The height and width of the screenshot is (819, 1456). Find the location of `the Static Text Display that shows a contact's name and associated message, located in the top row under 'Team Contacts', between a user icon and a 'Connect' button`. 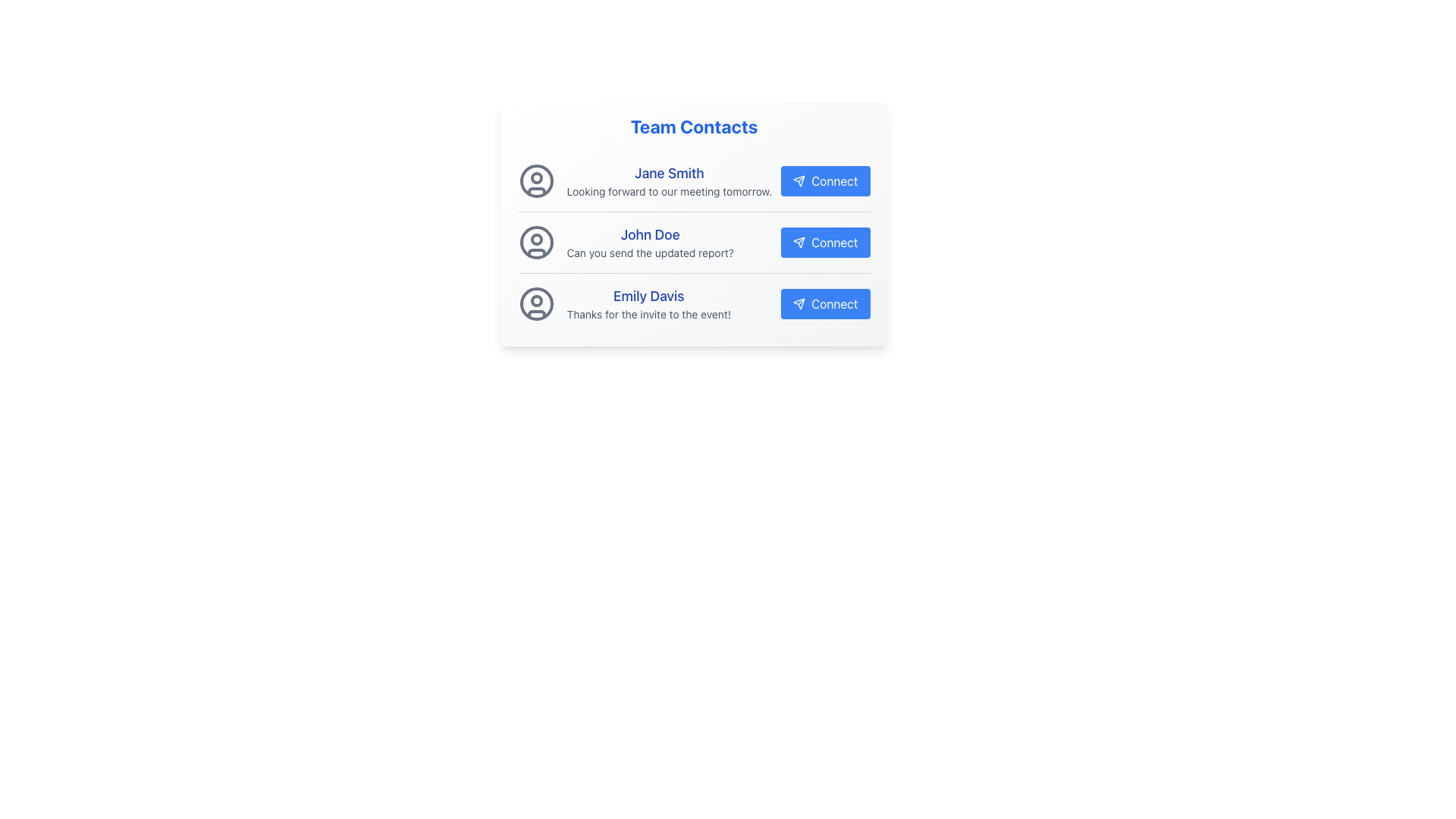

the Static Text Display that shows a contact's name and associated message, located in the top row under 'Team Contacts', between a user icon and a 'Connect' button is located at coordinates (668, 180).